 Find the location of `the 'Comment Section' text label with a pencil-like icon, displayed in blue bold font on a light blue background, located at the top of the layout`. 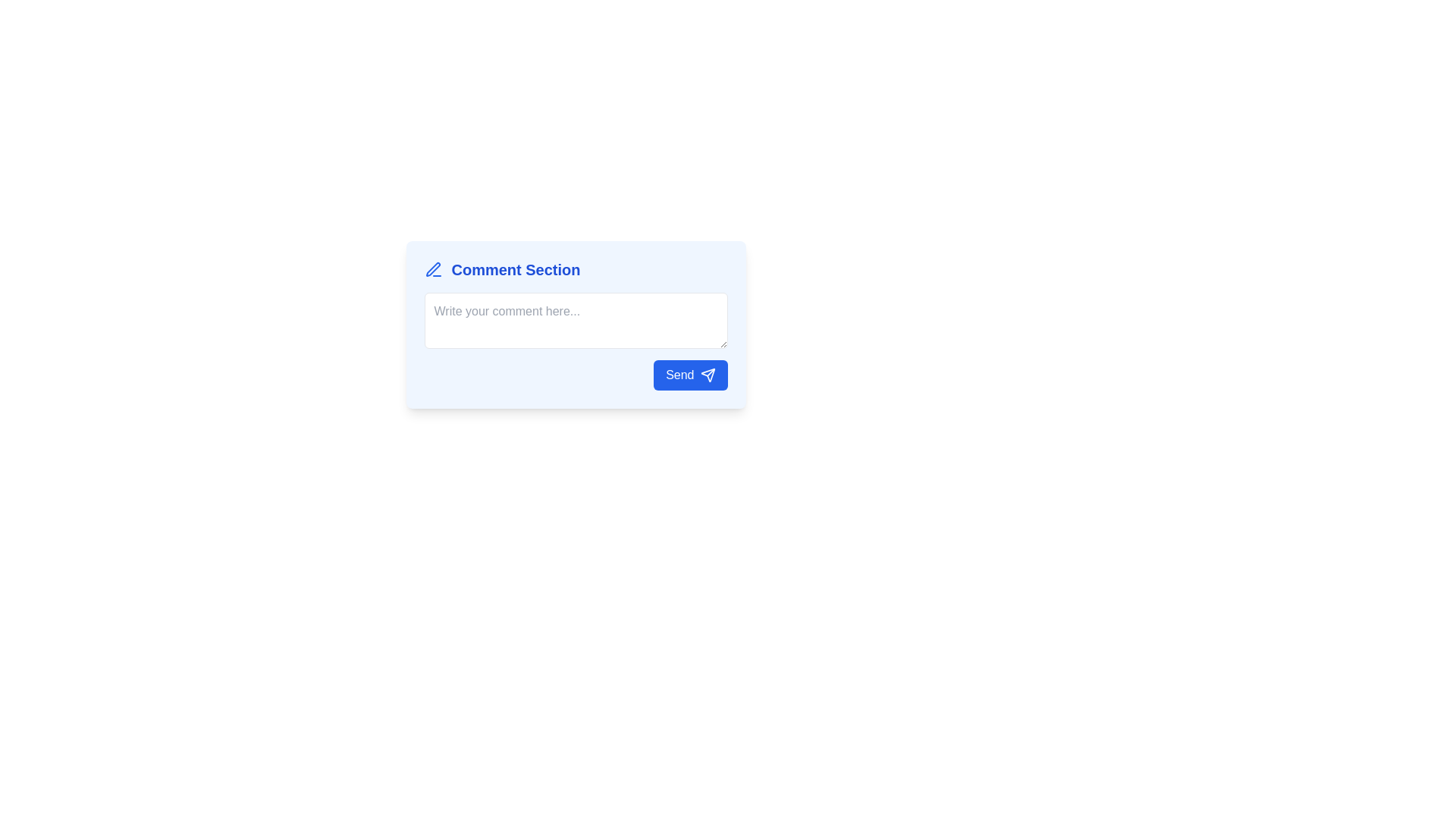

the 'Comment Section' text label with a pencil-like icon, displayed in blue bold font on a light blue background, located at the top of the layout is located at coordinates (575, 268).